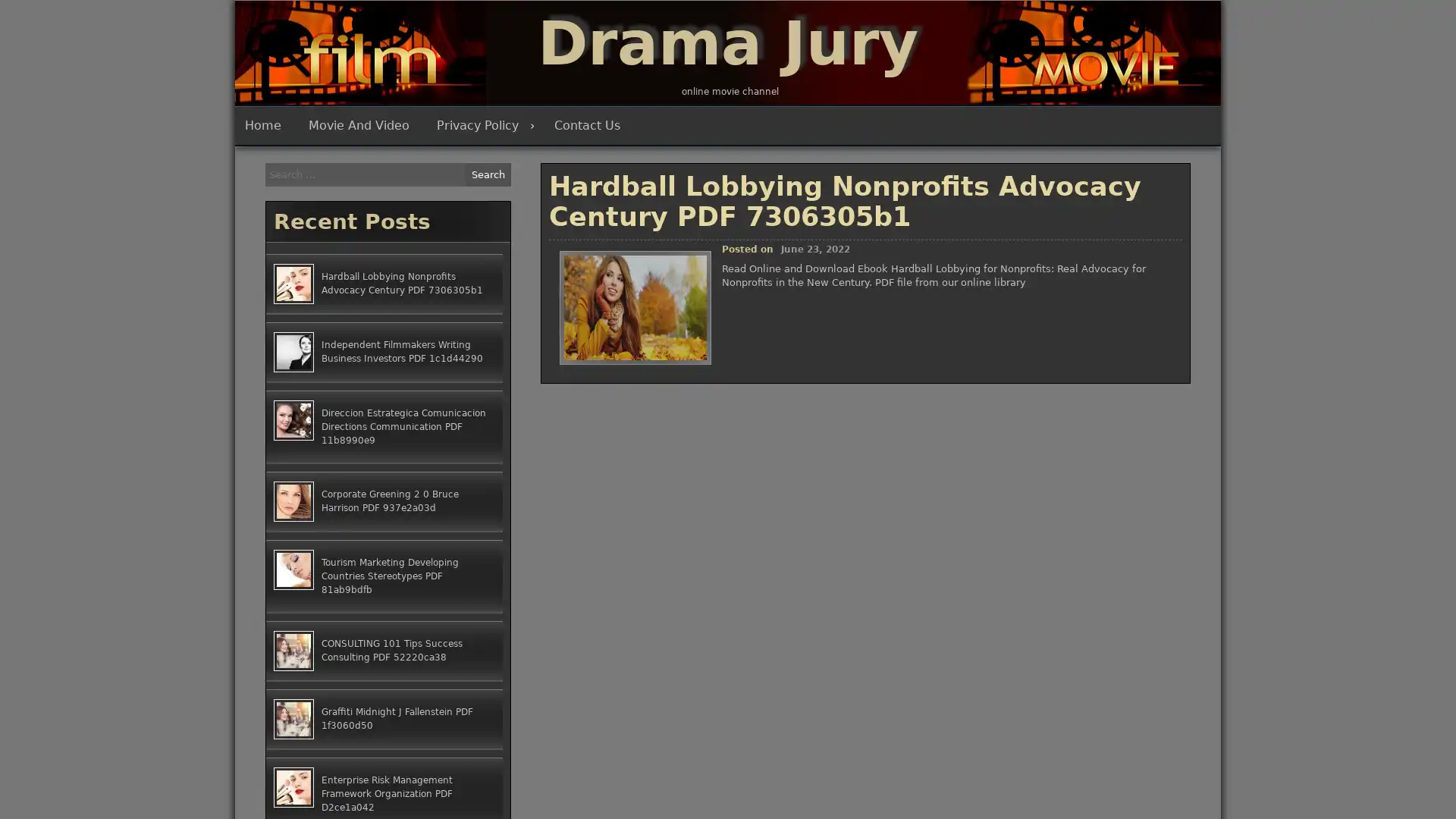  What do you see at coordinates (488, 174) in the screenshot?
I see `Search` at bounding box center [488, 174].